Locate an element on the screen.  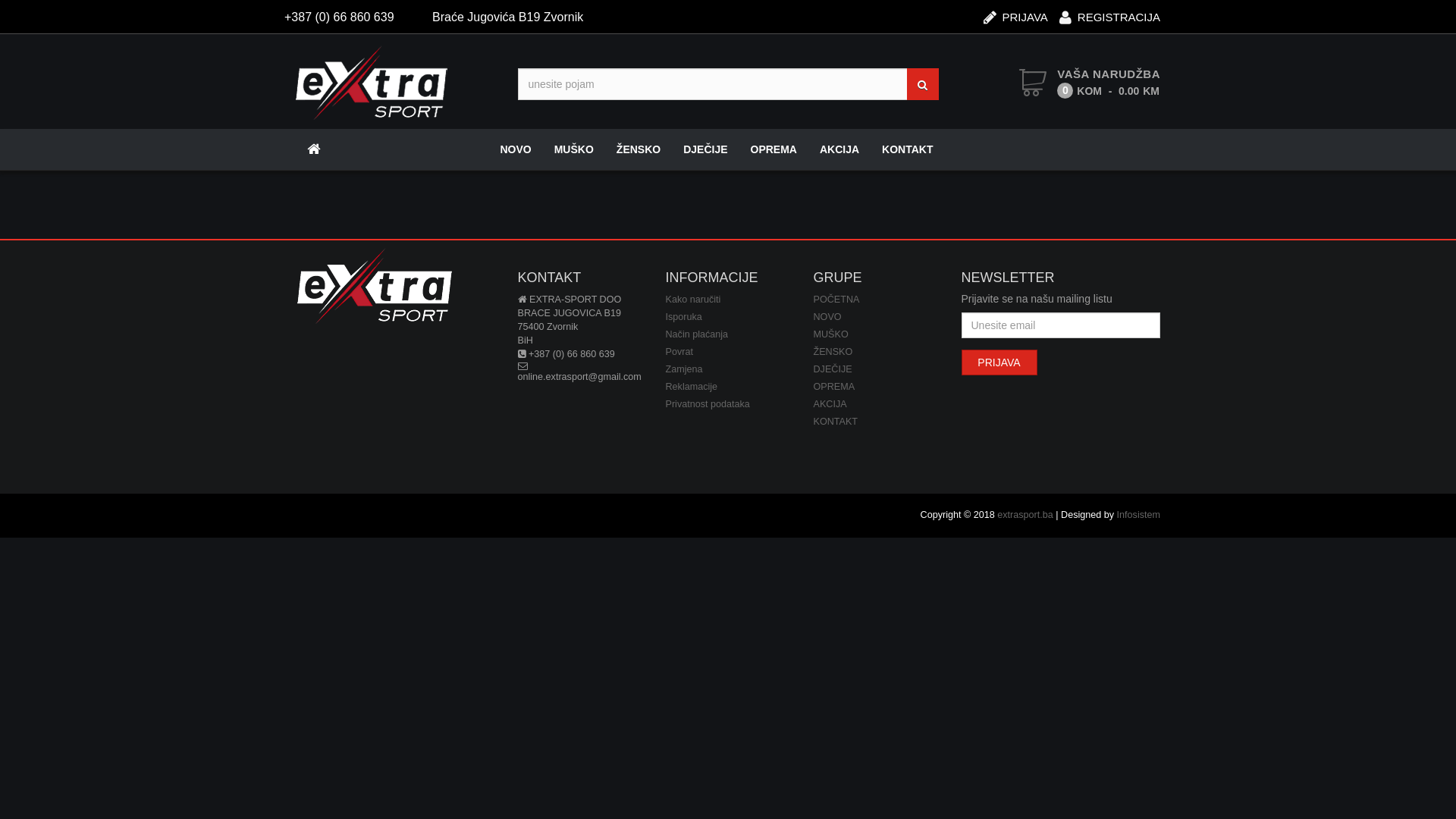
'Isporuka' is located at coordinates (683, 315).